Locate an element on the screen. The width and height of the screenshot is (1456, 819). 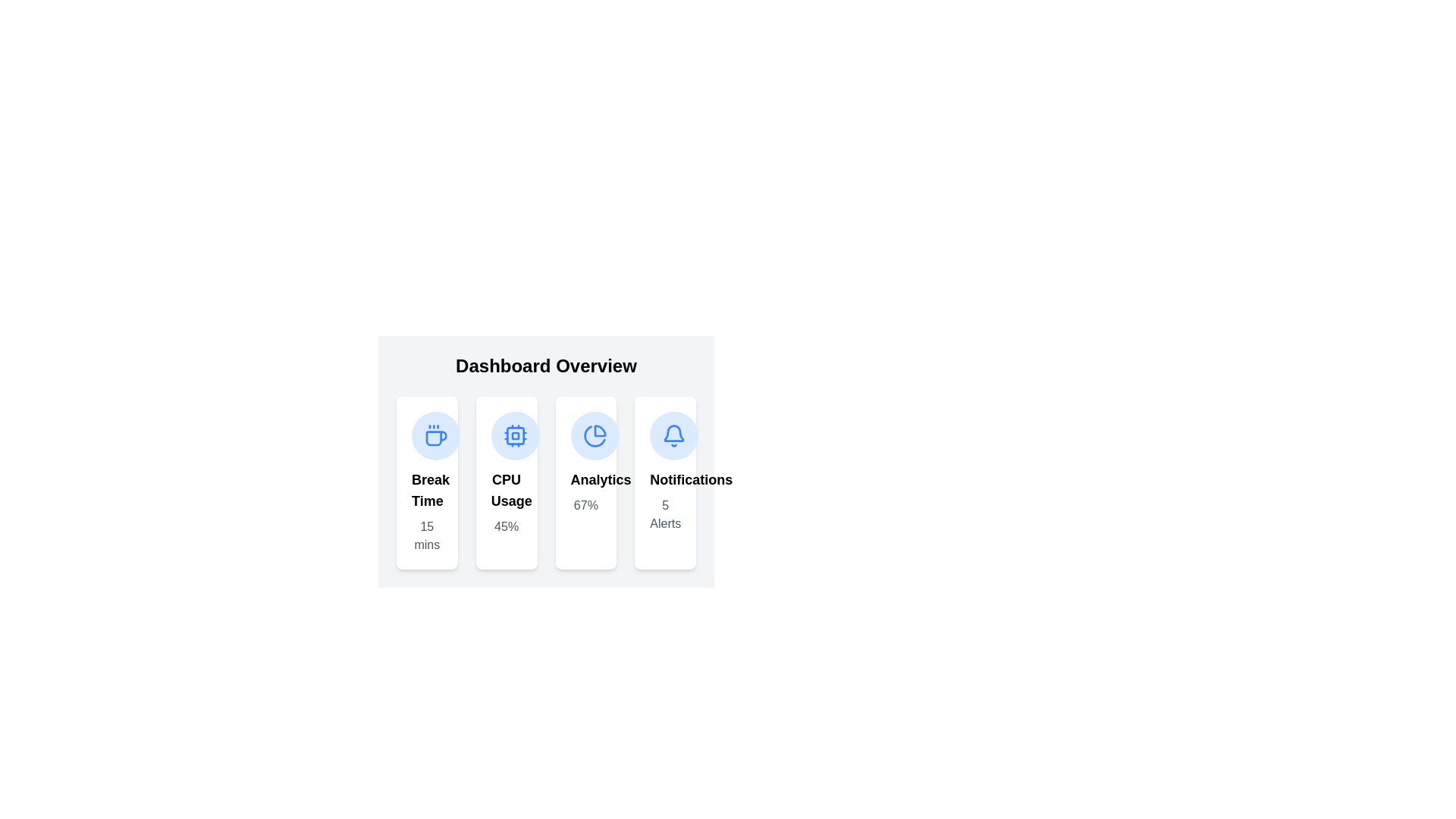
the decorative coffee break icon located in the first card under the 'Dashboard Overview' header, labeled 'Break Time' is located at coordinates (435, 435).